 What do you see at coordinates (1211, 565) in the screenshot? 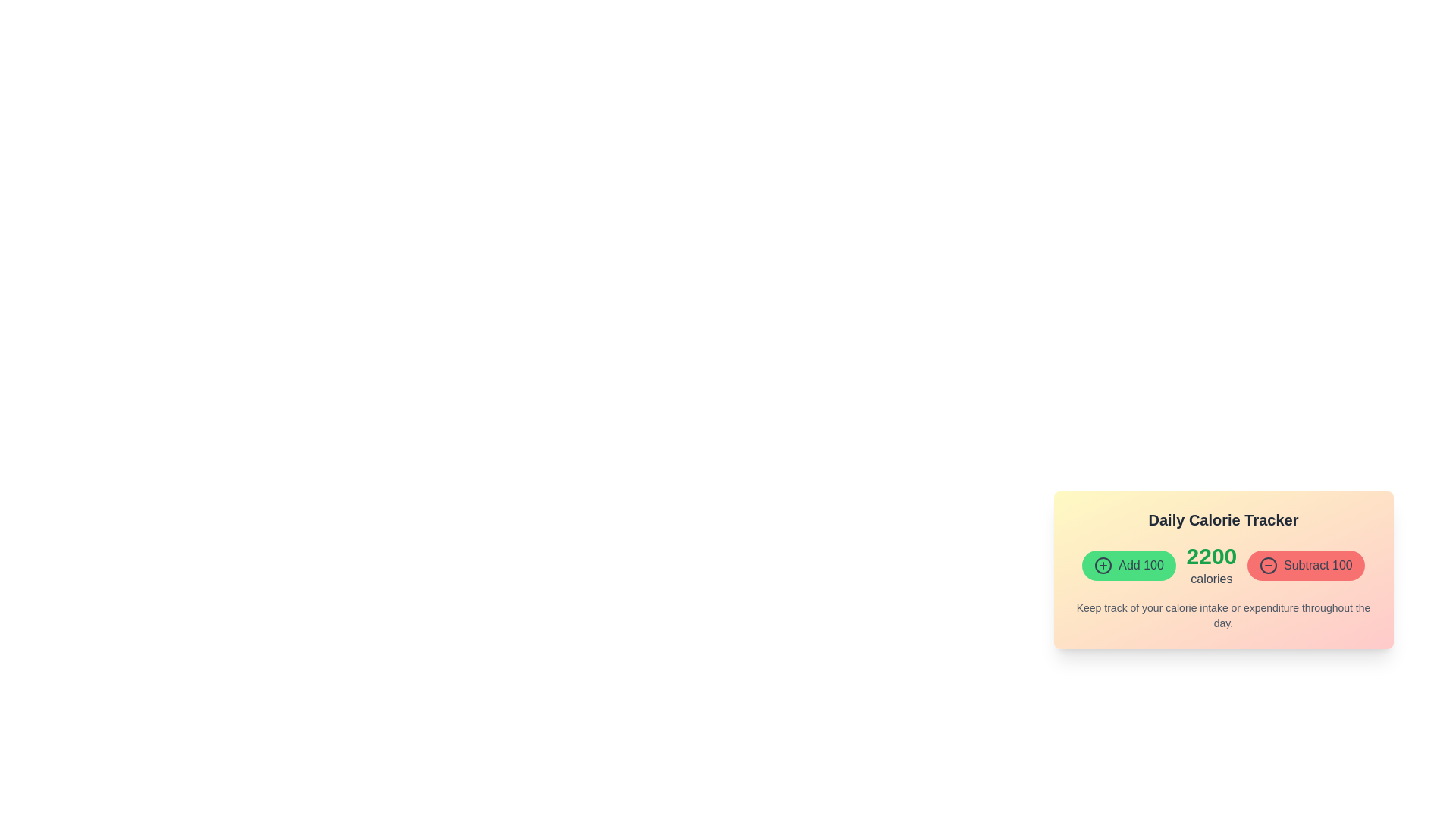
I see `the label displaying '2200 calories' in large, bold, green text, which is positioned between the 'Add 100' green button and the 'Subtract 100' red button in the Daily Calorie Tracker section` at bounding box center [1211, 565].